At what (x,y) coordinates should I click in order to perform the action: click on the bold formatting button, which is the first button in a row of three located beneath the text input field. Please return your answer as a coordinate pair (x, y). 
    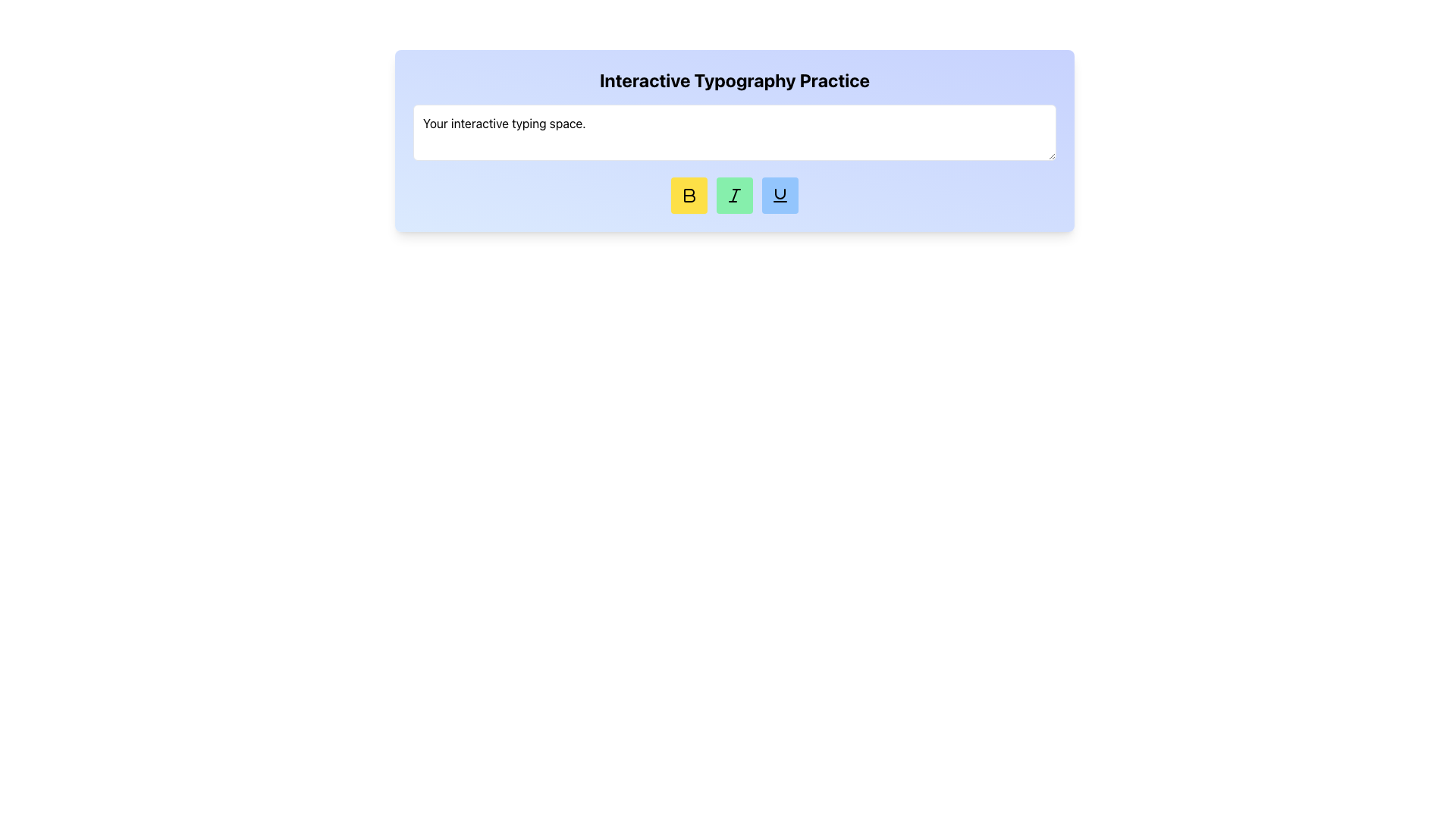
    Looking at the image, I should click on (688, 195).